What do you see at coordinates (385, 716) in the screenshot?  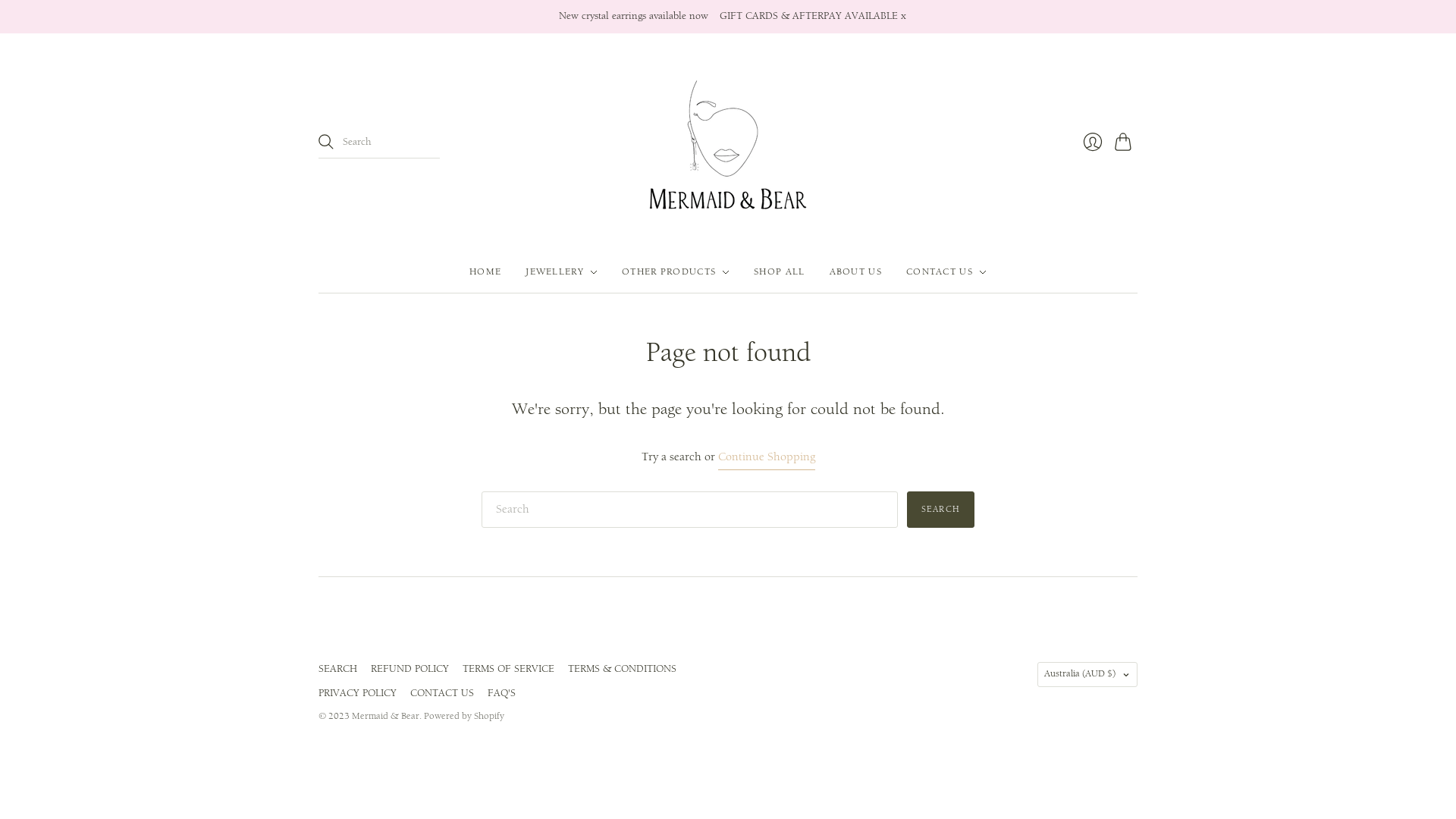 I see `'Mermaid & Bear'` at bounding box center [385, 716].